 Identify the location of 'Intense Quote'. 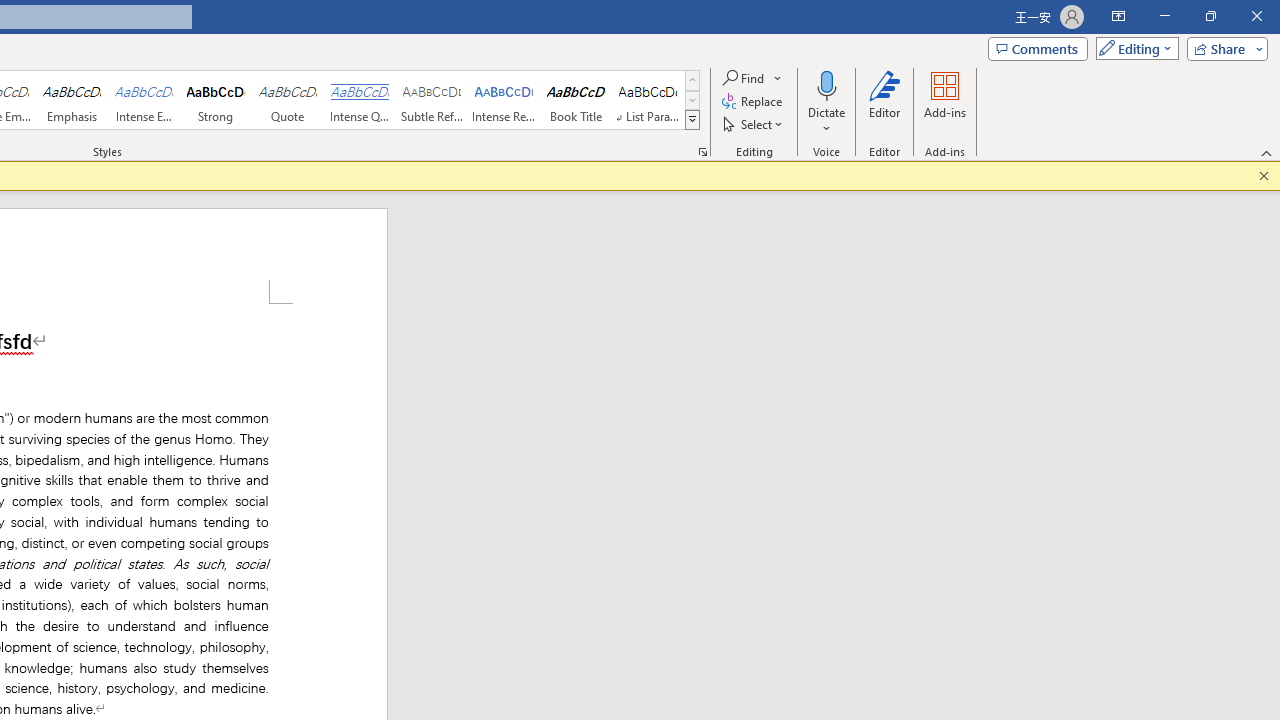
(359, 100).